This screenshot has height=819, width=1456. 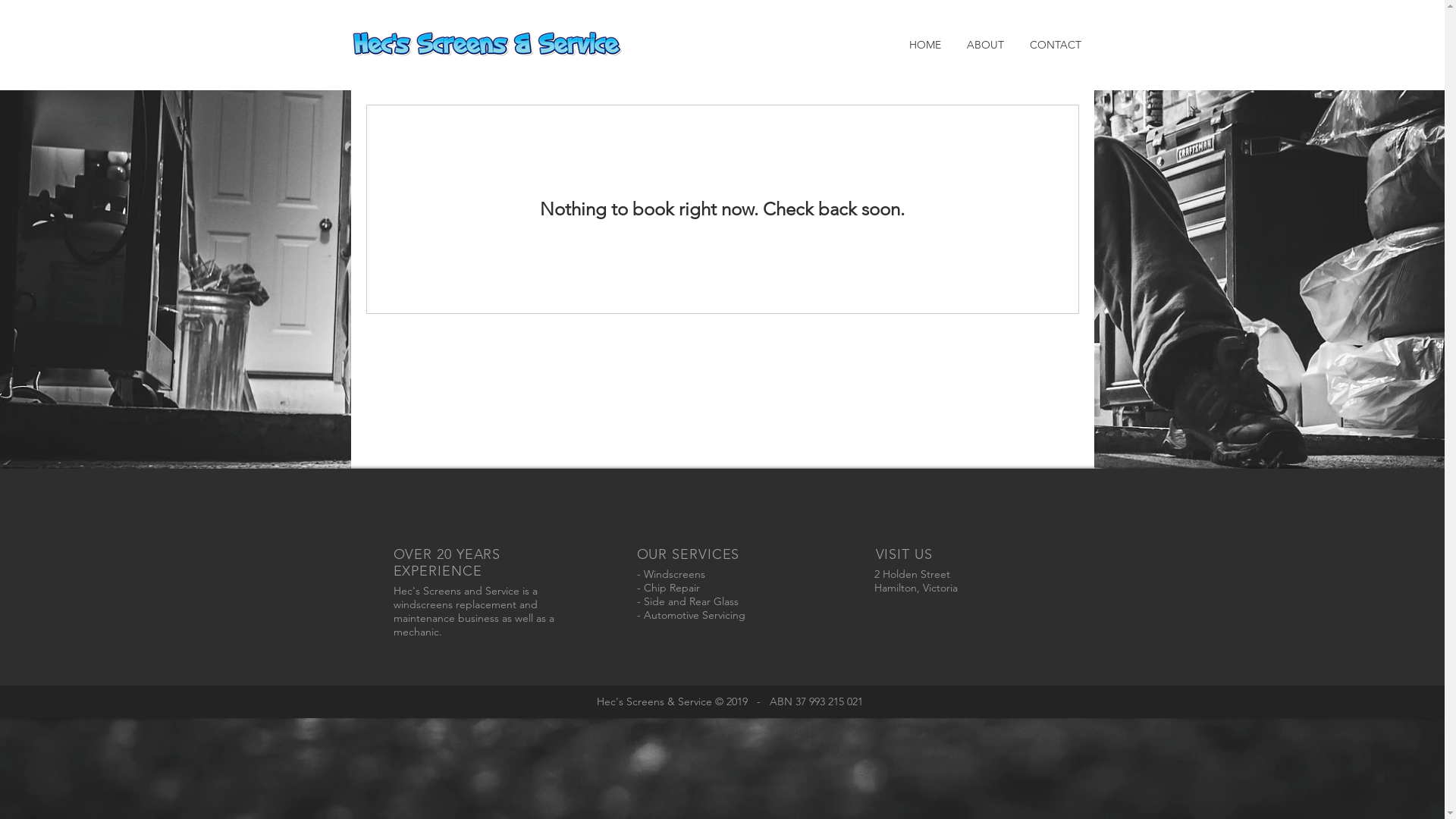 I want to click on 'ABOUT', so click(x=952, y=43).